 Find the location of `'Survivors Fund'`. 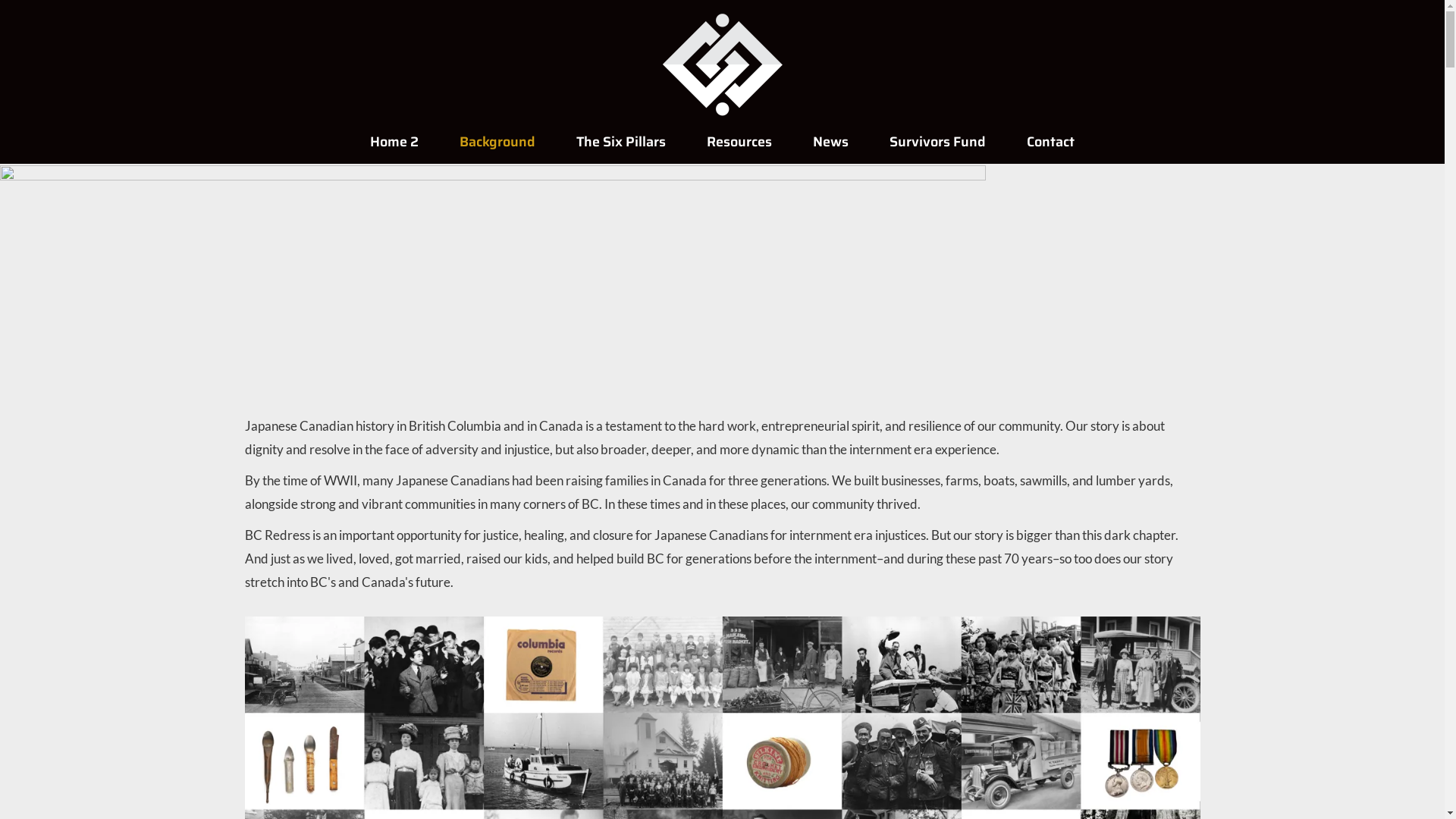

'Survivors Fund' is located at coordinates (870, 141).